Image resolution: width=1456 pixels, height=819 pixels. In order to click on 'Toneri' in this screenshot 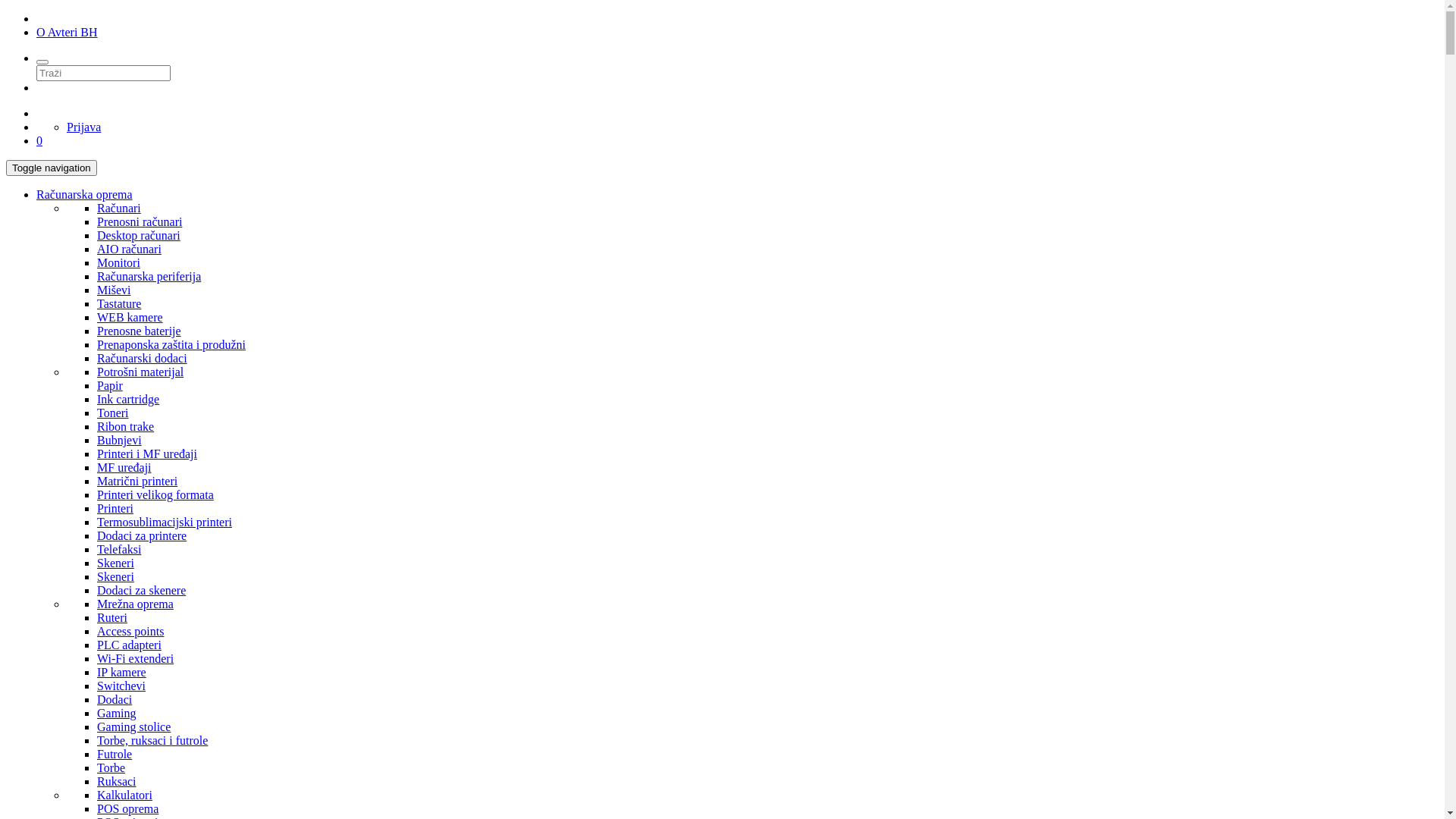, I will do `click(111, 413)`.